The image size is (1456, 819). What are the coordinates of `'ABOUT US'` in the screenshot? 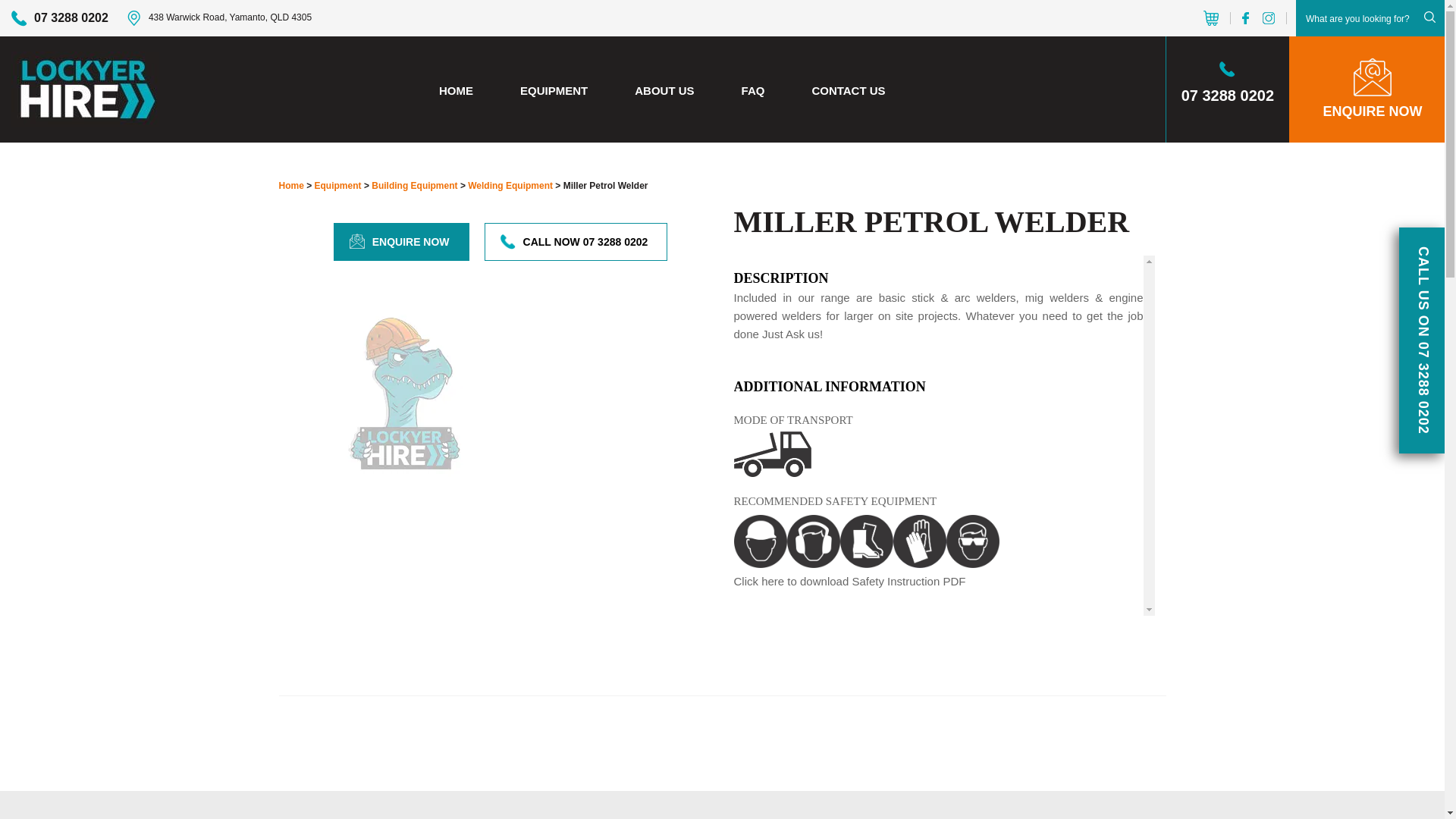 It's located at (664, 90).